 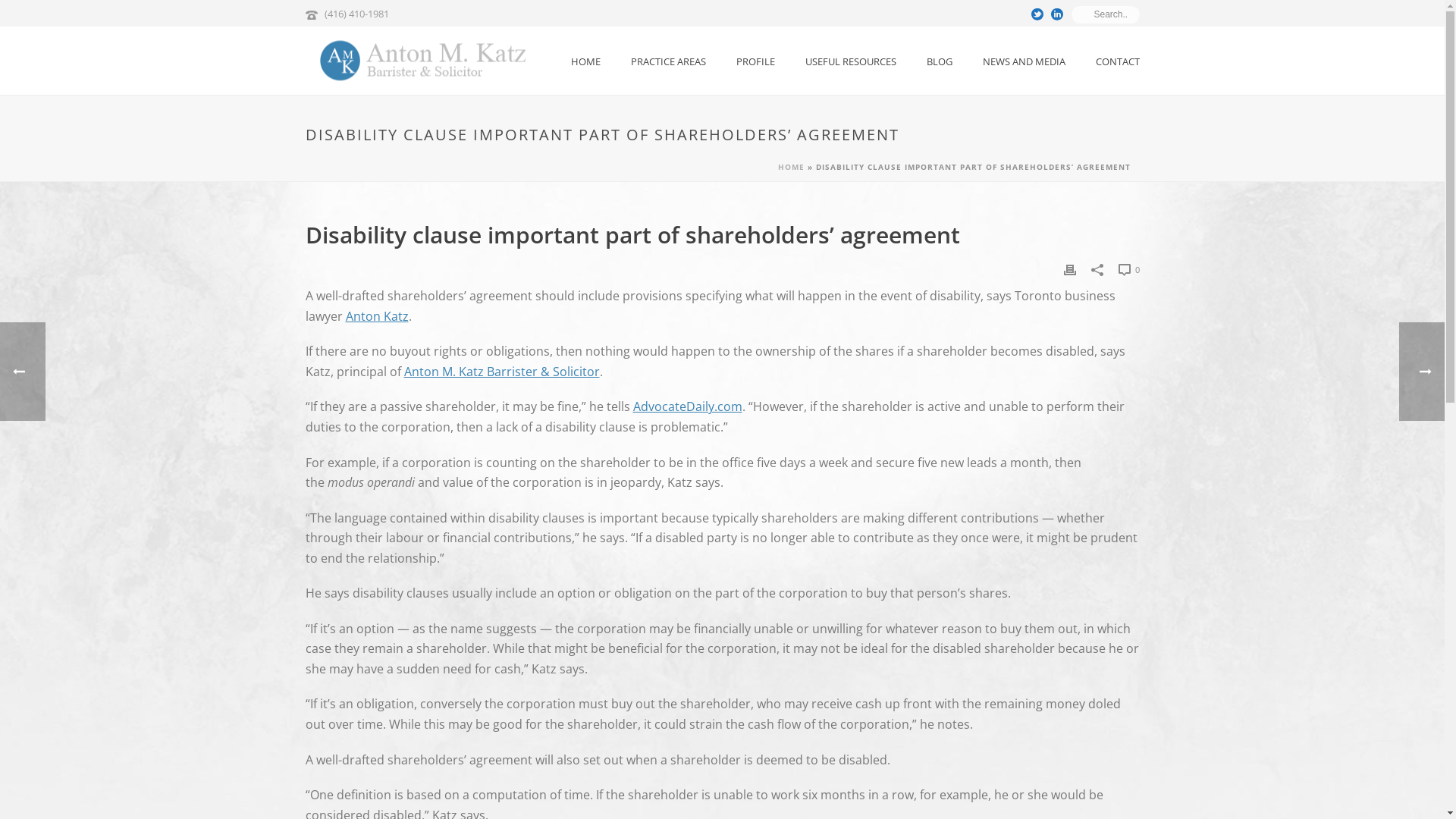 I want to click on 'PRACTICE AREAS', so click(x=667, y=61).